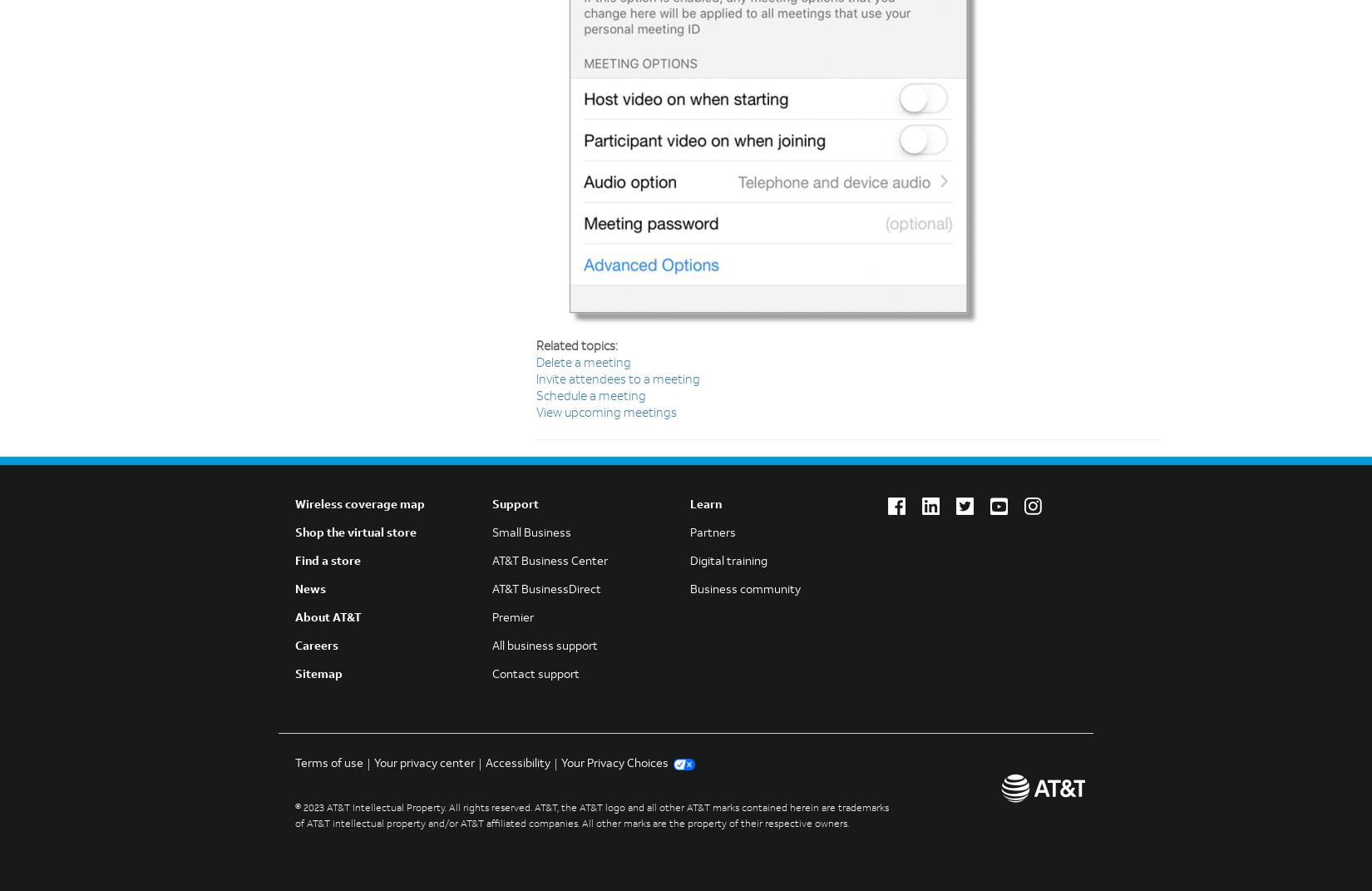 This screenshot has height=891, width=1372. What do you see at coordinates (549, 561) in the screenshot?
I see `'AT&T Business Center'` at bounding box center [549, 561].